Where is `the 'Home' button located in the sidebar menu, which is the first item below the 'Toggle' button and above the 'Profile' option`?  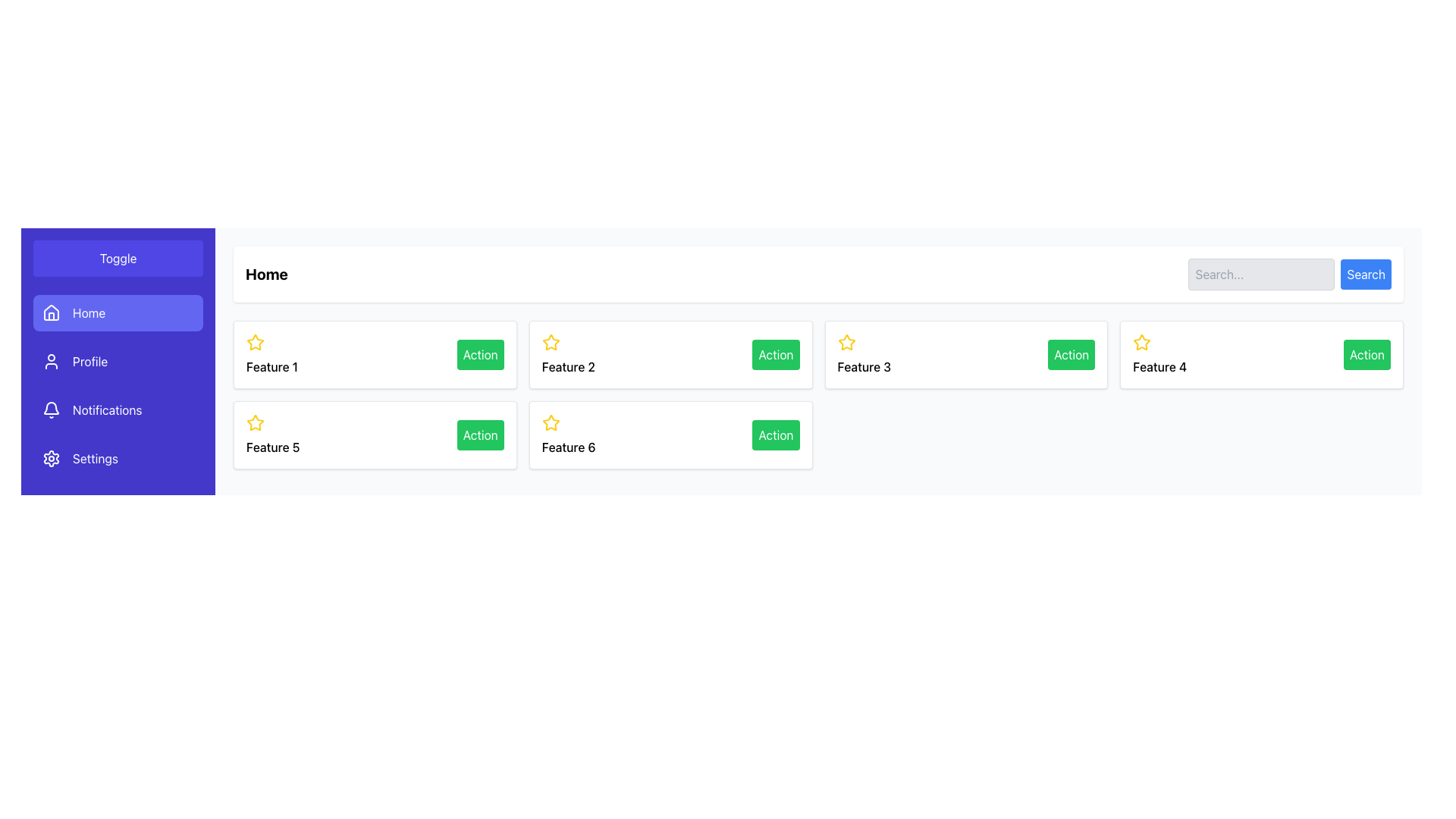
the 'Home' button located in the sidebar menu, which is the first item below the 'Toggle' button and above the 'Profile' option is located at coordinates (118, 312).